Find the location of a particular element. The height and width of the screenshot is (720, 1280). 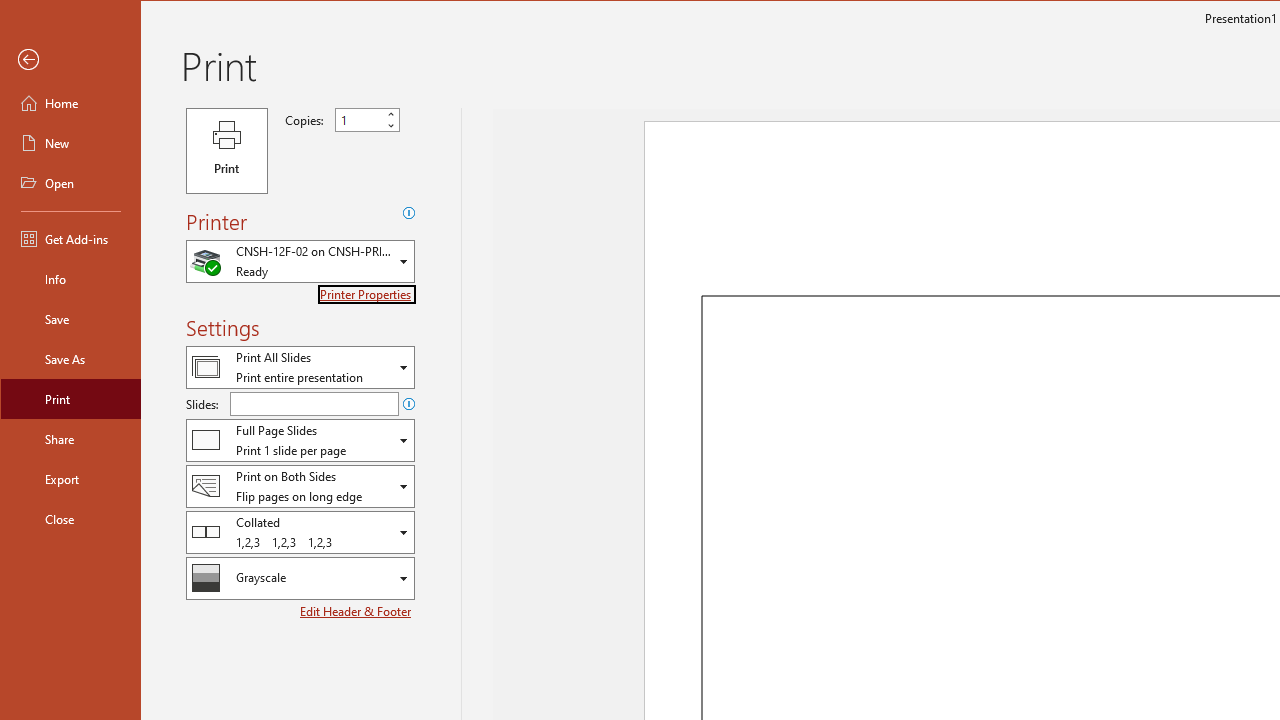

'Collation' is located at coordinates (299, 531).